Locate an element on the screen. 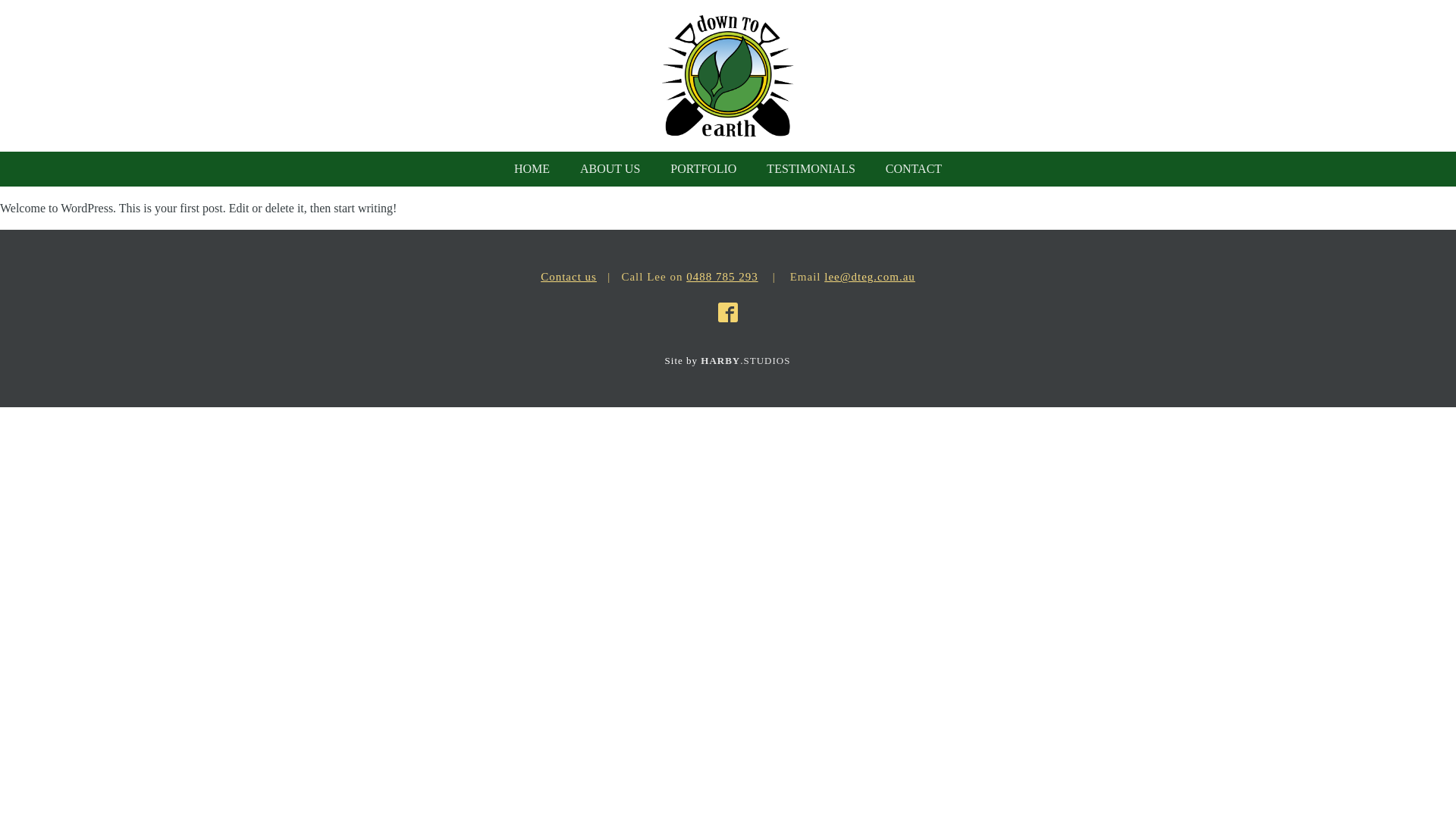 The width and height of the screenshot is (1456, 819). 'lee@dteg.com.au' is located at coordinates (823, 277).